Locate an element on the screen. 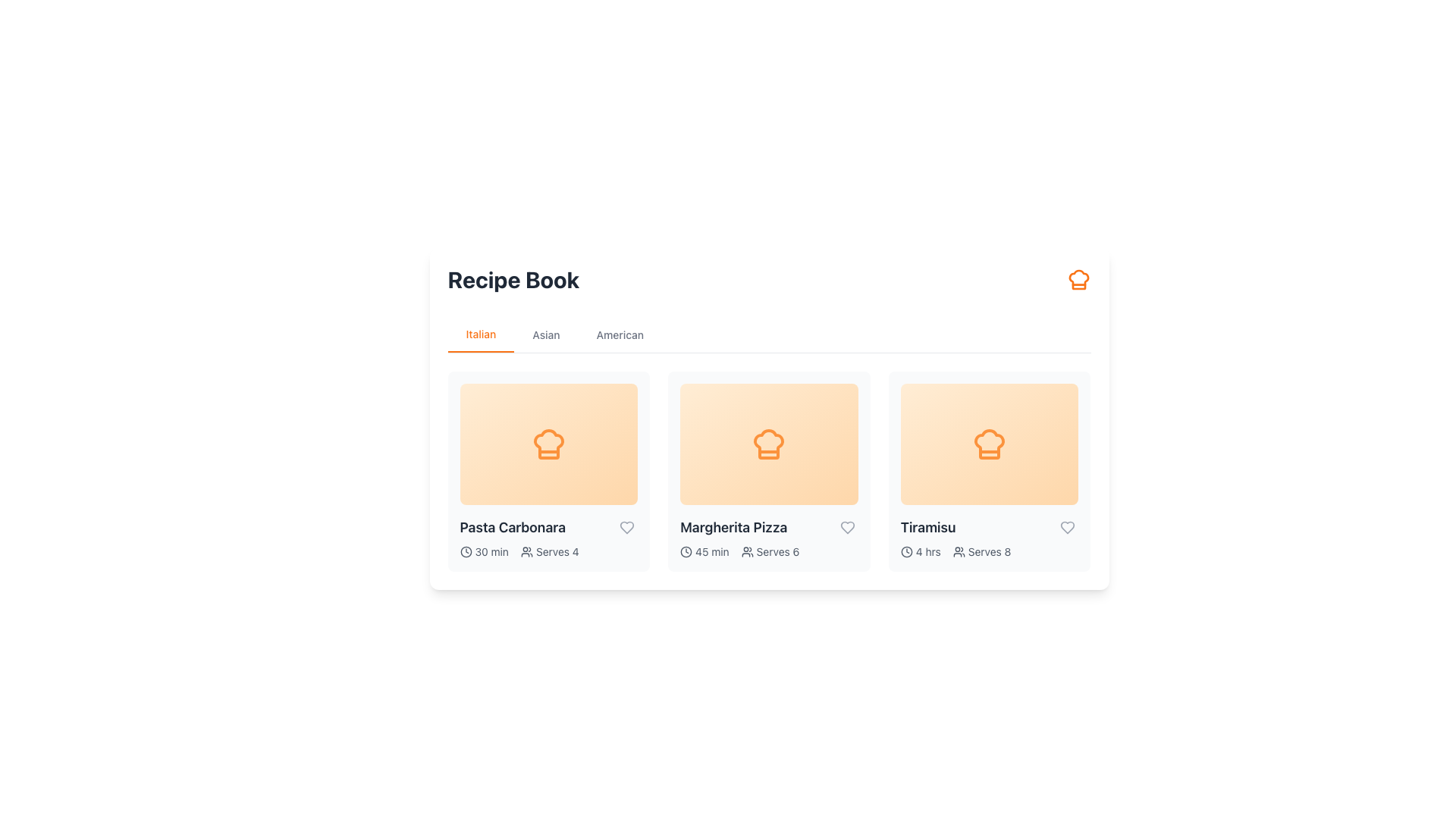 The image size is (1456, 819). the heart SVG icon located within the circular button at the bottom right corner of the 'Tiramisu' recipe card to receive tooltip feedback is located at coordinates (1067, 526).